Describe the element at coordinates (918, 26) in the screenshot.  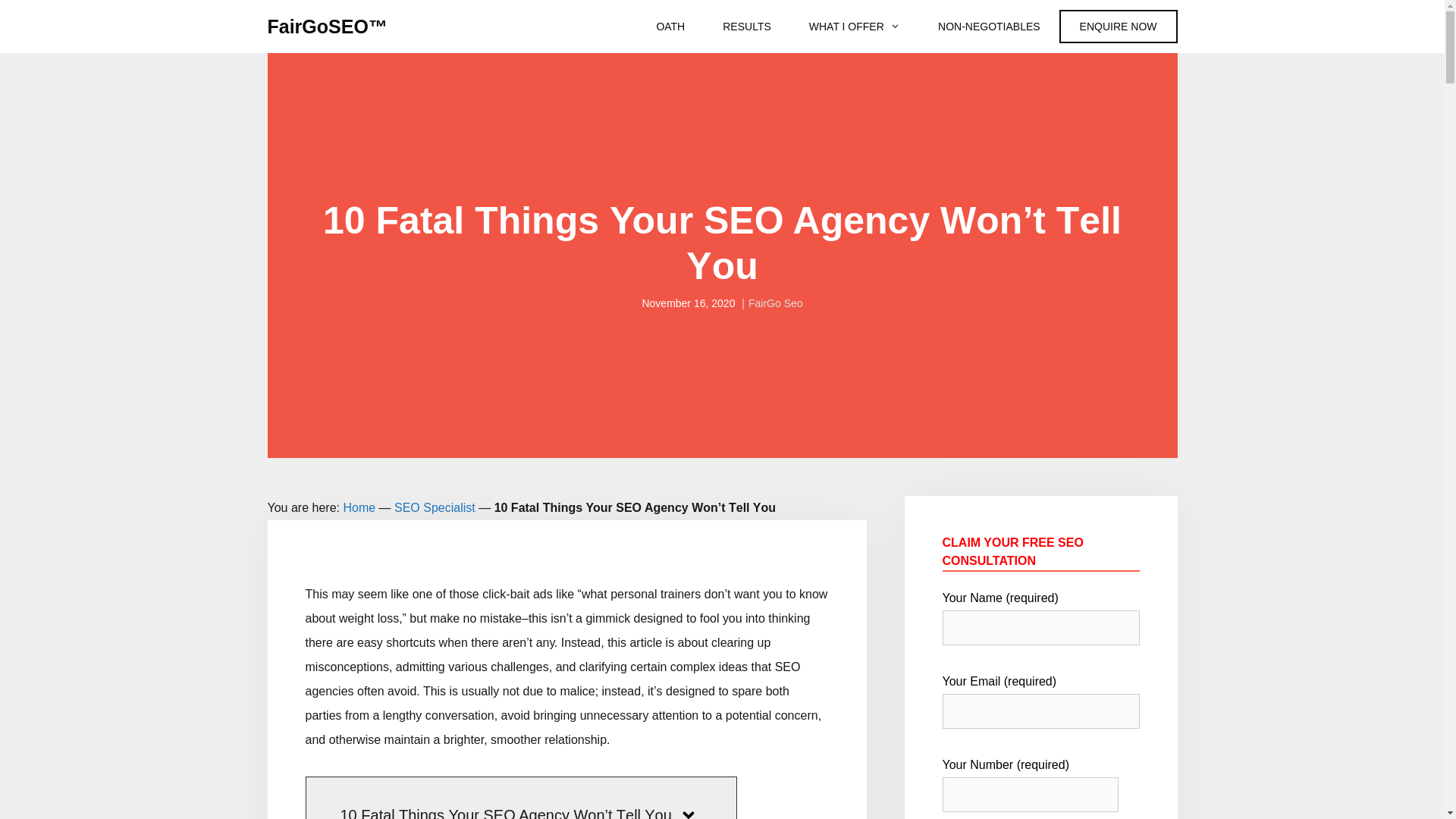
I see `'NON-NEGOTIABLES'` at that location.